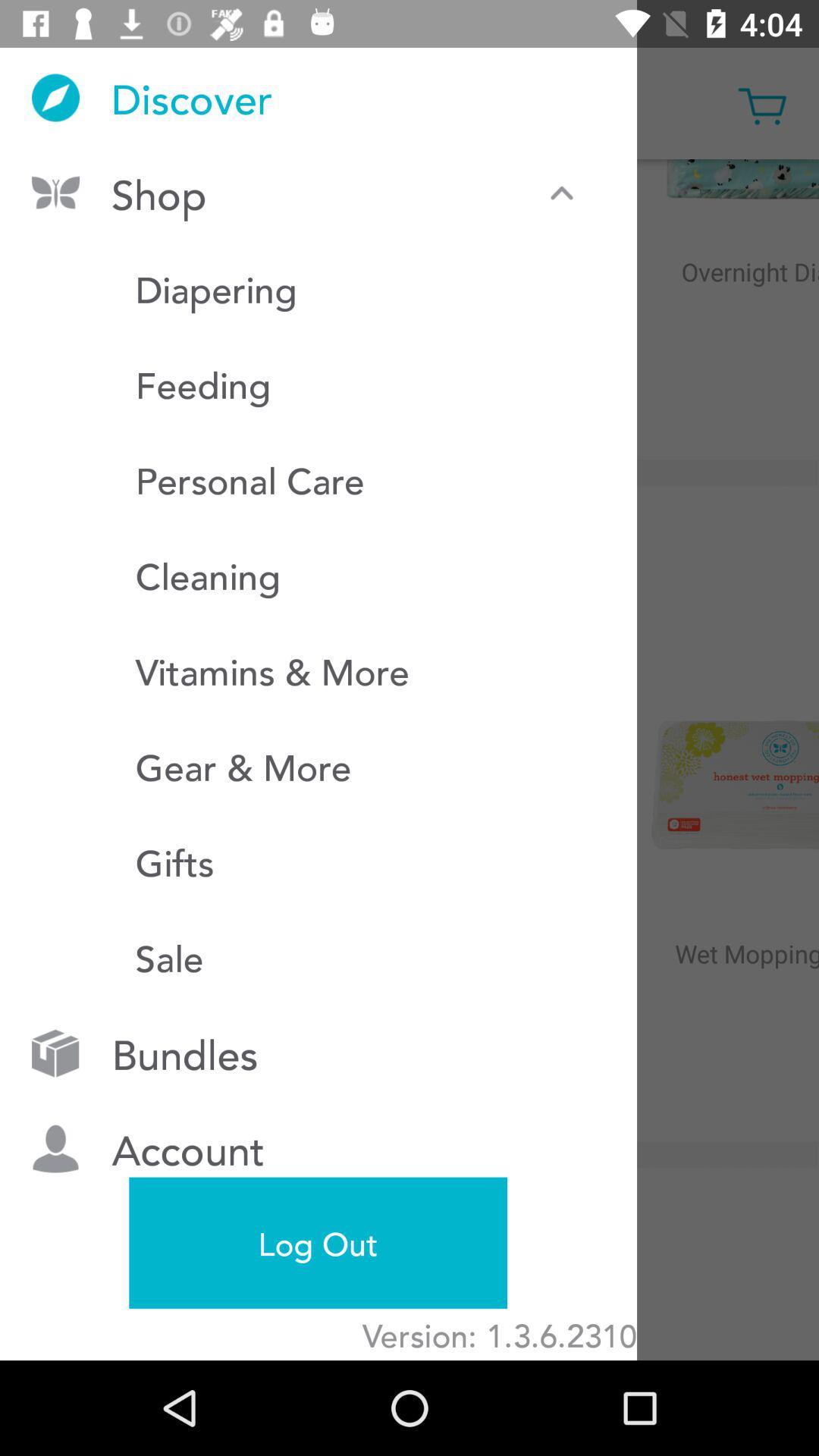 Image resolution: width=819 pixels, height=1456 pixels. I want to click on the text overnight di, so click(726, 303).